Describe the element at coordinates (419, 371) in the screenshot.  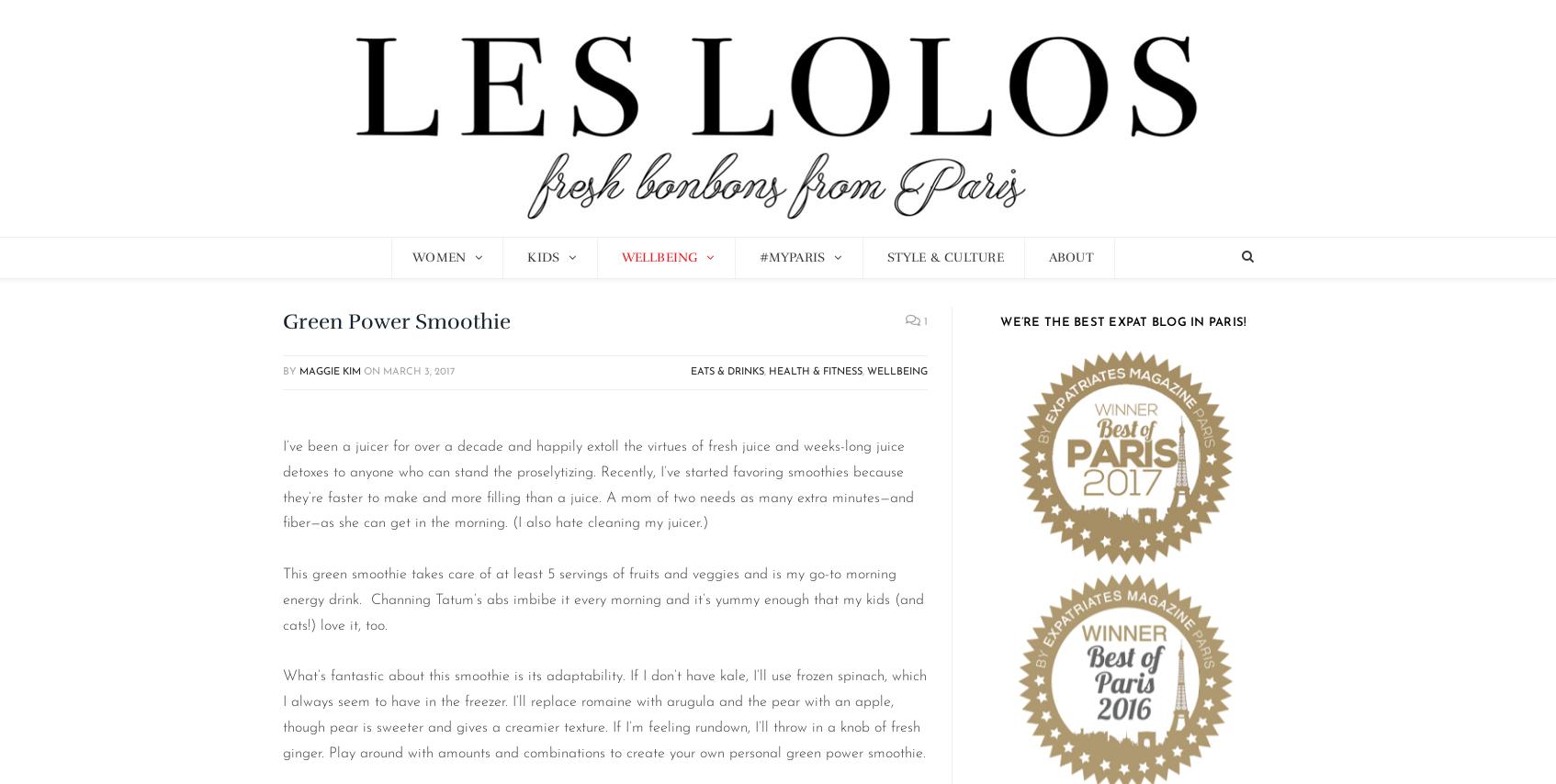
I see `'March 3, 2017'` at that location.